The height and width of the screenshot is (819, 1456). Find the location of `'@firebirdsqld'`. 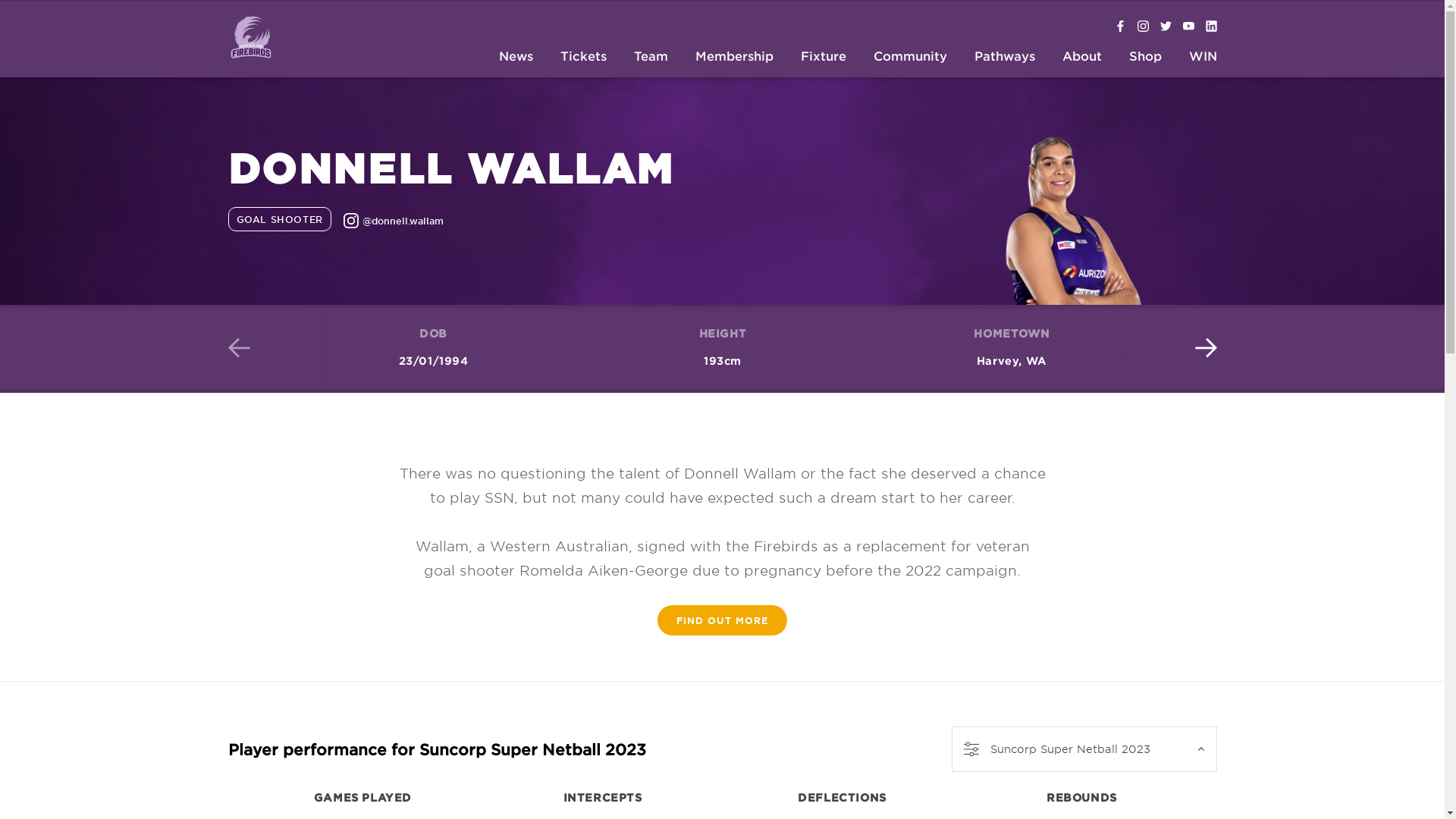

'@firebirdsqld' is located at coordinates (1159, 26).